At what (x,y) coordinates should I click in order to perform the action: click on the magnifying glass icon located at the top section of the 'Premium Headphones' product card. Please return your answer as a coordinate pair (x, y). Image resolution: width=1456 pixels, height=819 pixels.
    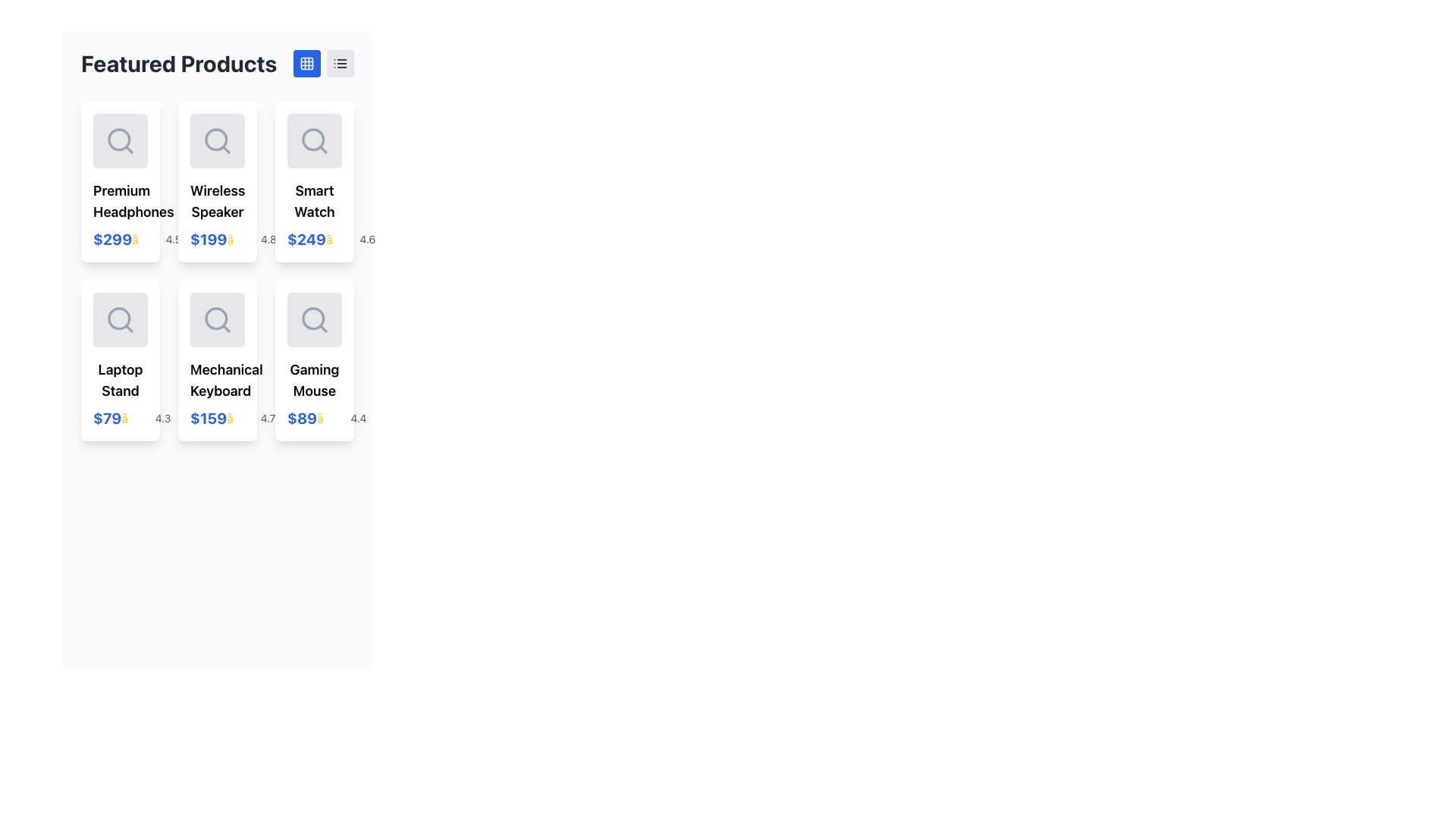
    Looking at the image, I should click on (119, 140).